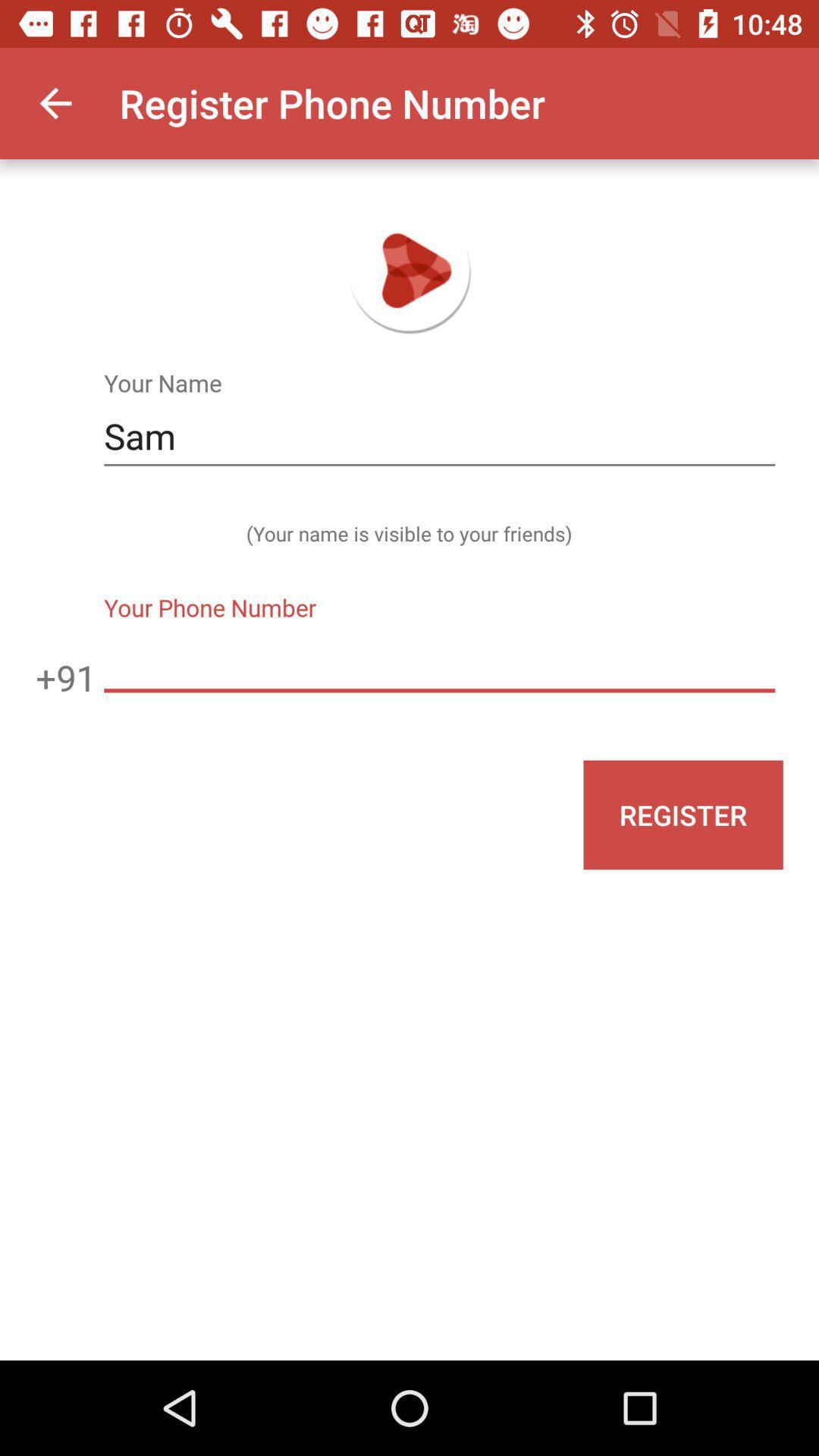 The image size is (819, 1456). Describe the element at coordinates (439, 436) in the screenshot. I see `the item above the your name is icon` at that location.